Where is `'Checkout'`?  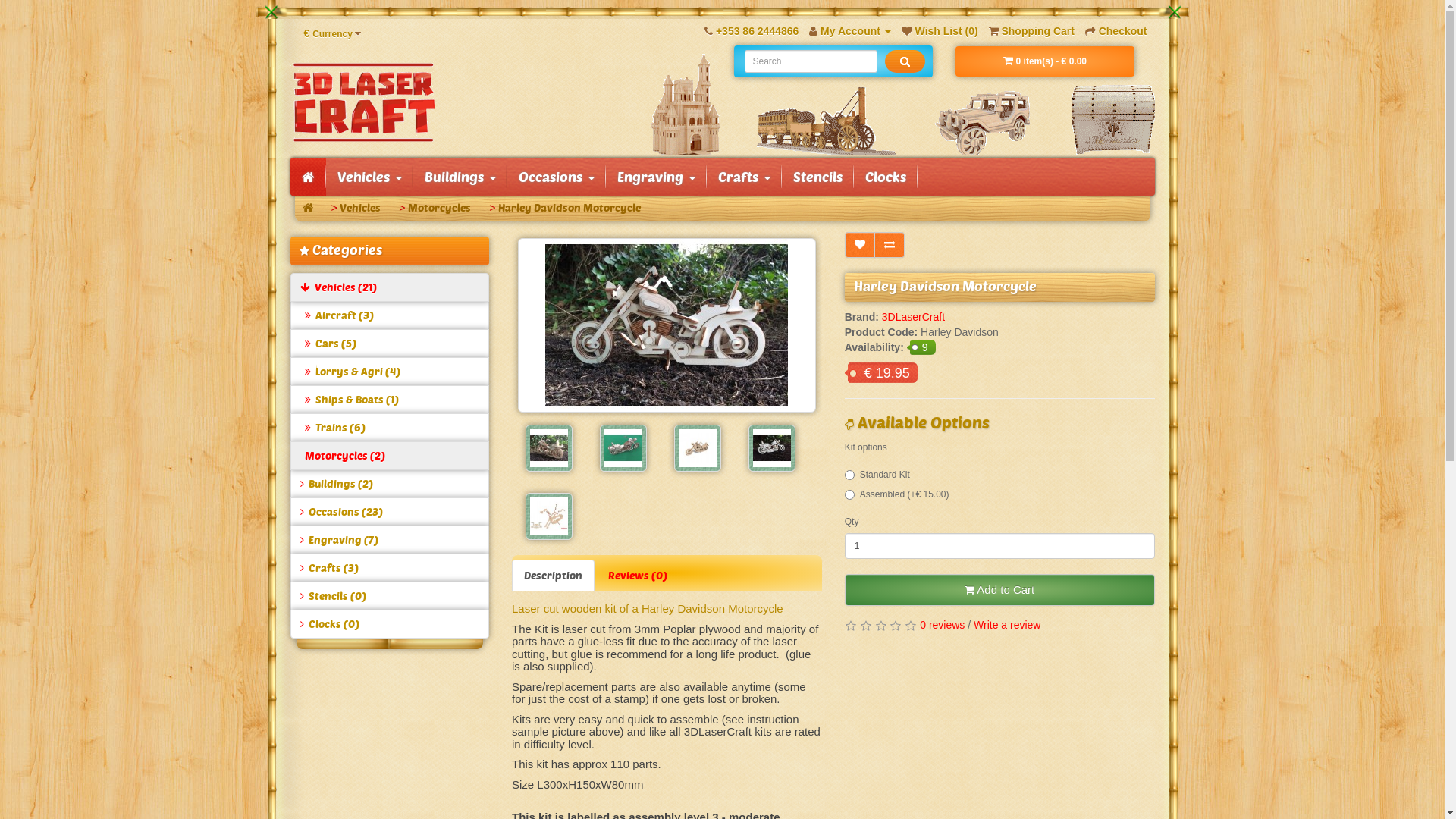
'Checkout' is located at coordinates (1116, 31).